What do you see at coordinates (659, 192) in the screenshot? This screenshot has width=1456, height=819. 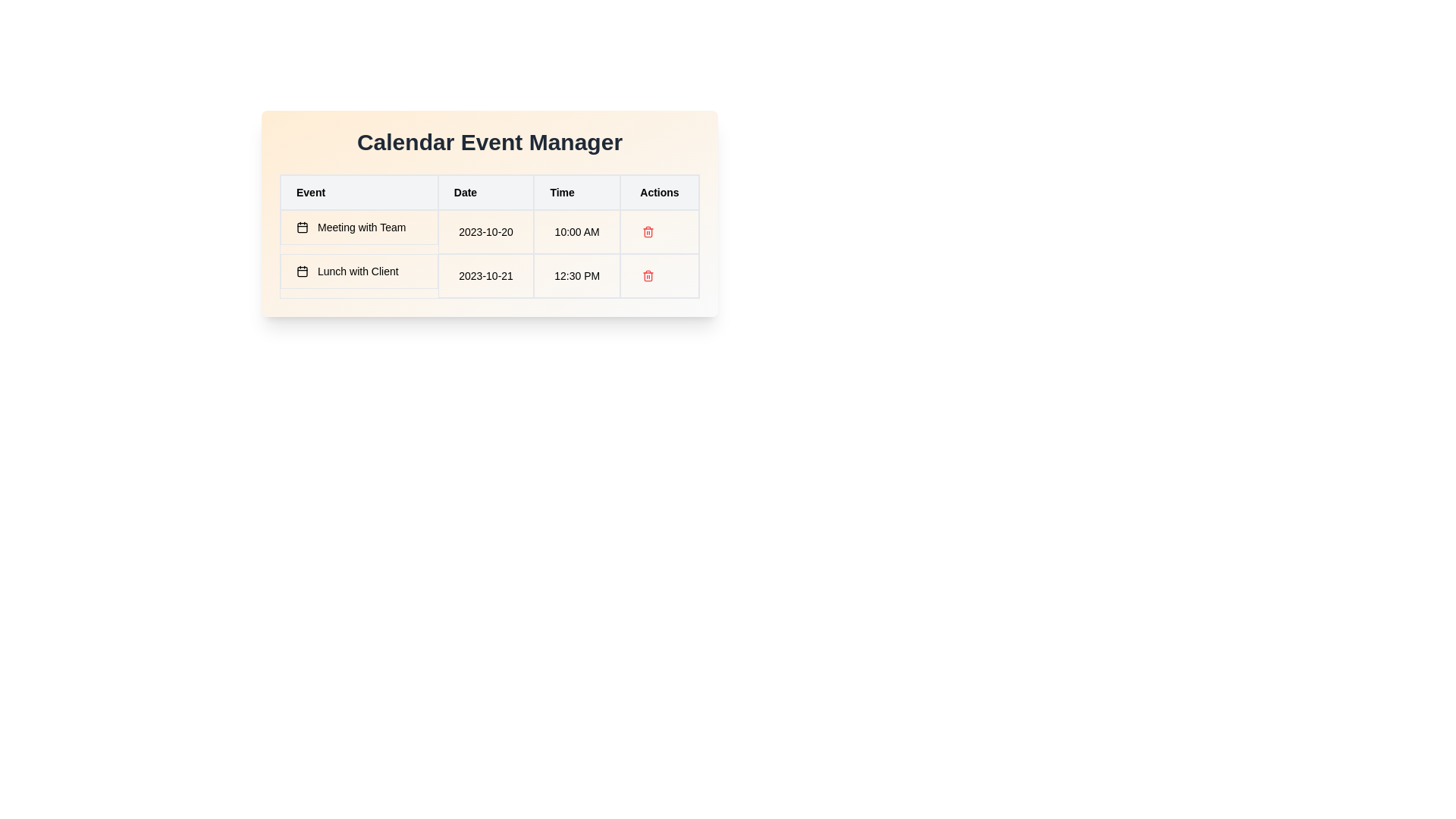 I see `the 'Actions' column header in the table, which is the fourth header and positioned to the right of the 'Time' header, indicating actionable items` at bounding box center [659, 192].